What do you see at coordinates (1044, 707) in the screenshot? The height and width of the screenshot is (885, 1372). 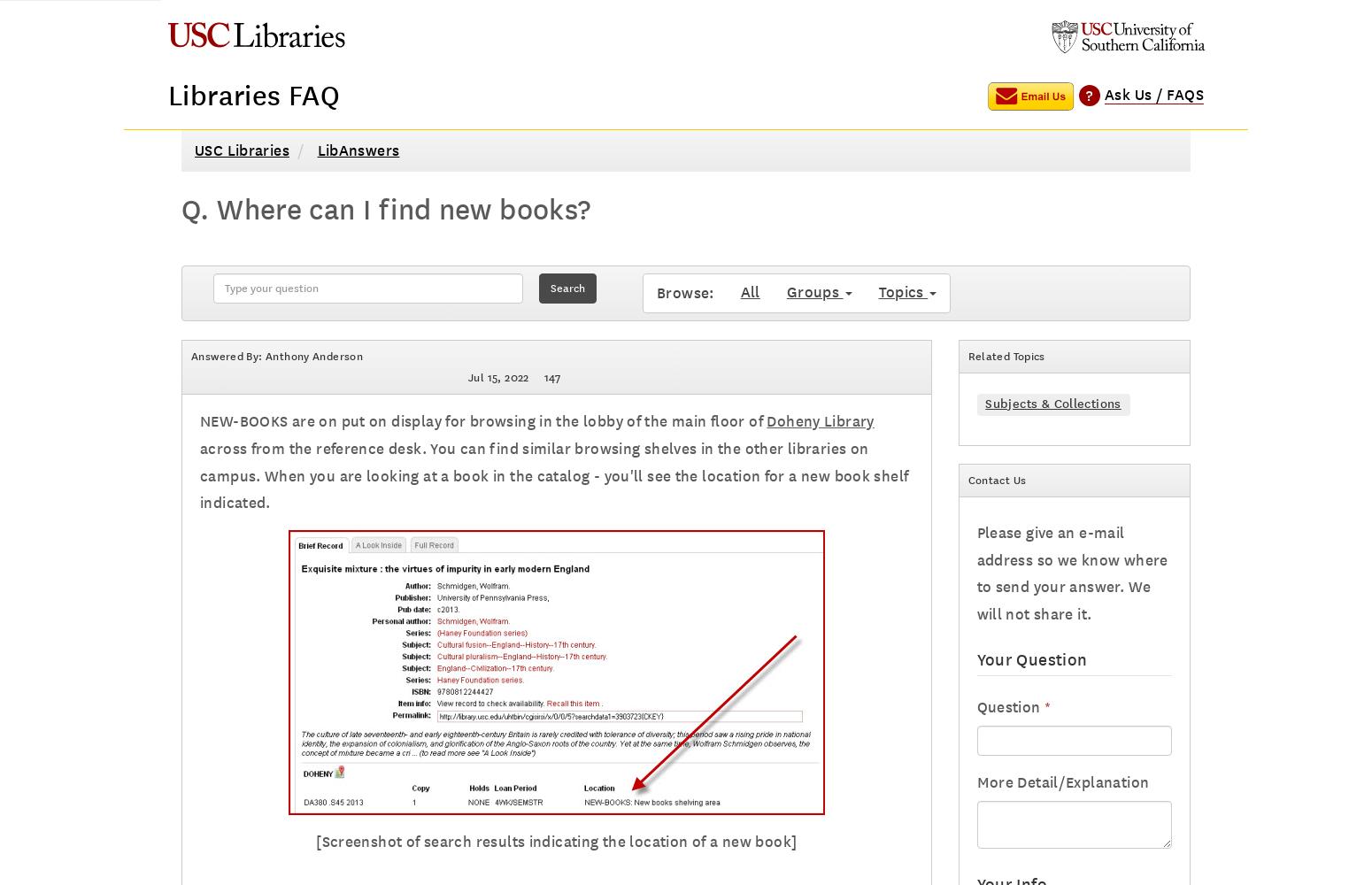 I see `'*'` at bounding box center [1044, 707].